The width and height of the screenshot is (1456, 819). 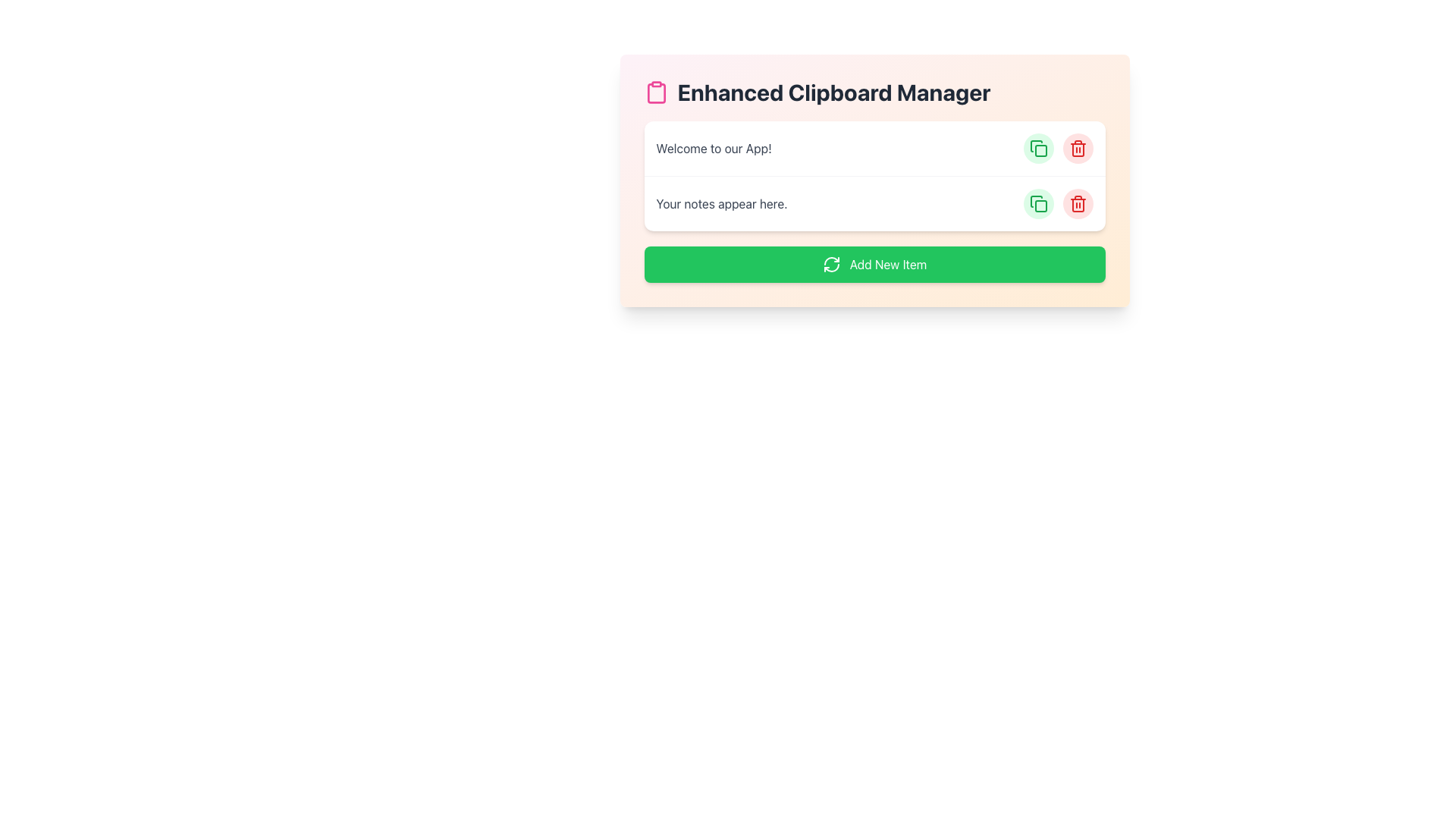 I want to click on the circular delete button with a trash can icon to observe the hover effect, so click(x=1077, y=149).